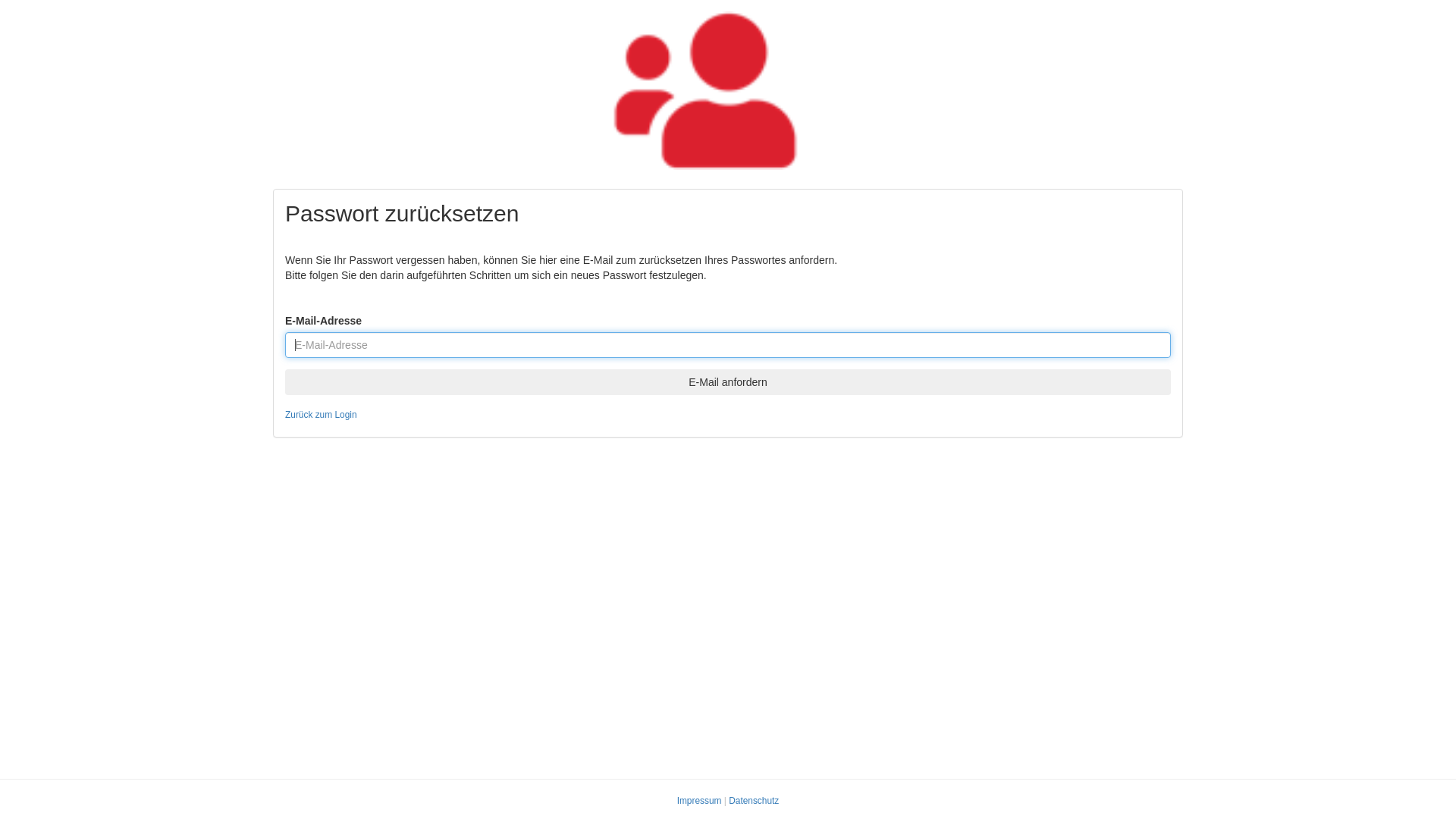 The height and width of the screenshot is (819, 1456). What do you see at coordinates (728, 800) in the screenshot?
I see `'Datenschutz'` at bounding box center [728, 800].